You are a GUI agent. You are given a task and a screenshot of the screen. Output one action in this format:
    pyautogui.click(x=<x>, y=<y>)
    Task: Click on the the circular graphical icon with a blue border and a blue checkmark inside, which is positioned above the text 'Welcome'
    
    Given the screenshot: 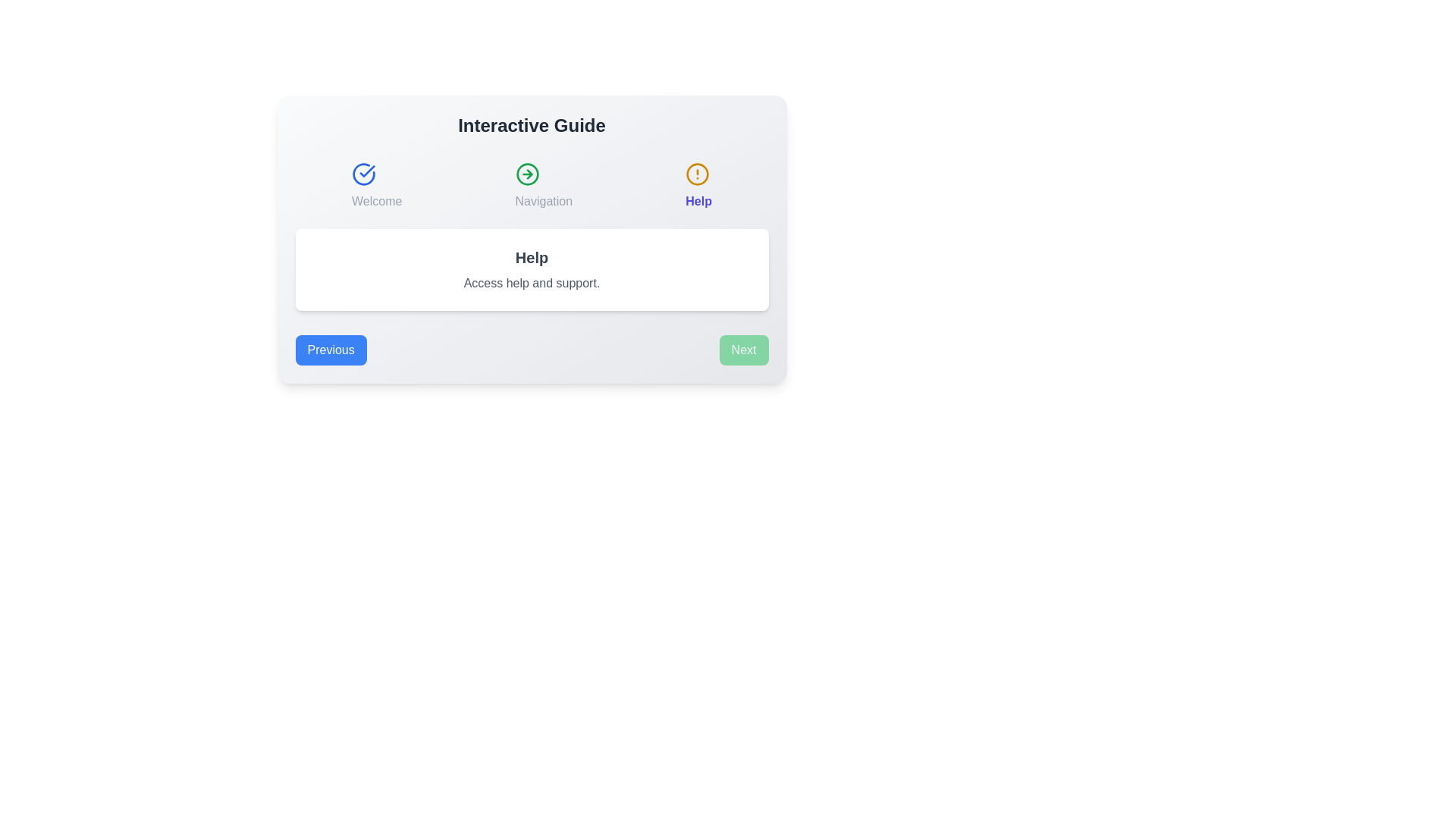 What is the action you would take?
    pyautogui.click(x=364, y=174)
    